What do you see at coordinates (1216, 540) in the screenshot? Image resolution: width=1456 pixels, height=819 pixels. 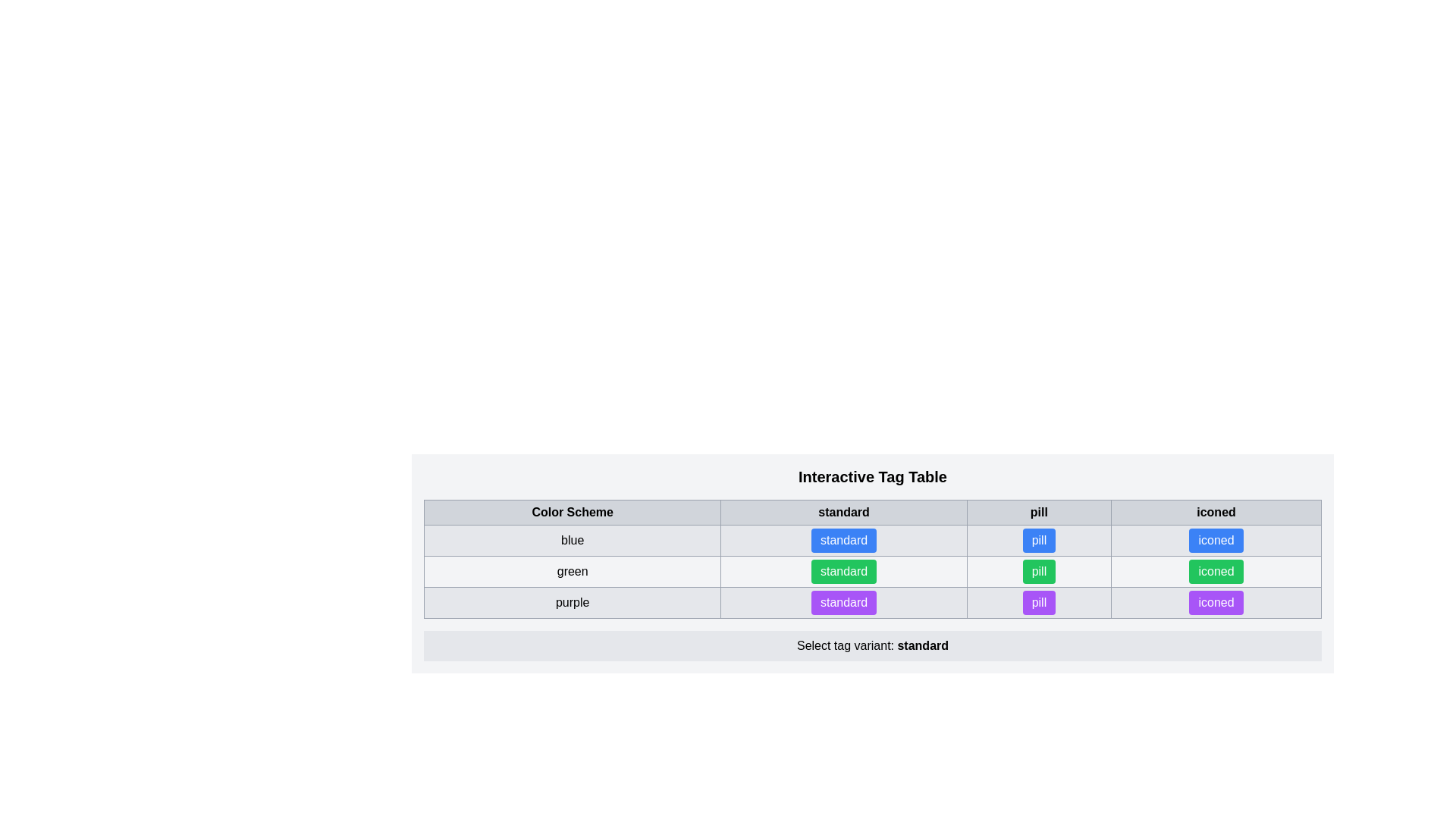 I see `the rectangular button with a blue background and white text that reads 'iconed', located in the third row of a table under the column labeled 'iconed'` at bounding box center [1216, 540].